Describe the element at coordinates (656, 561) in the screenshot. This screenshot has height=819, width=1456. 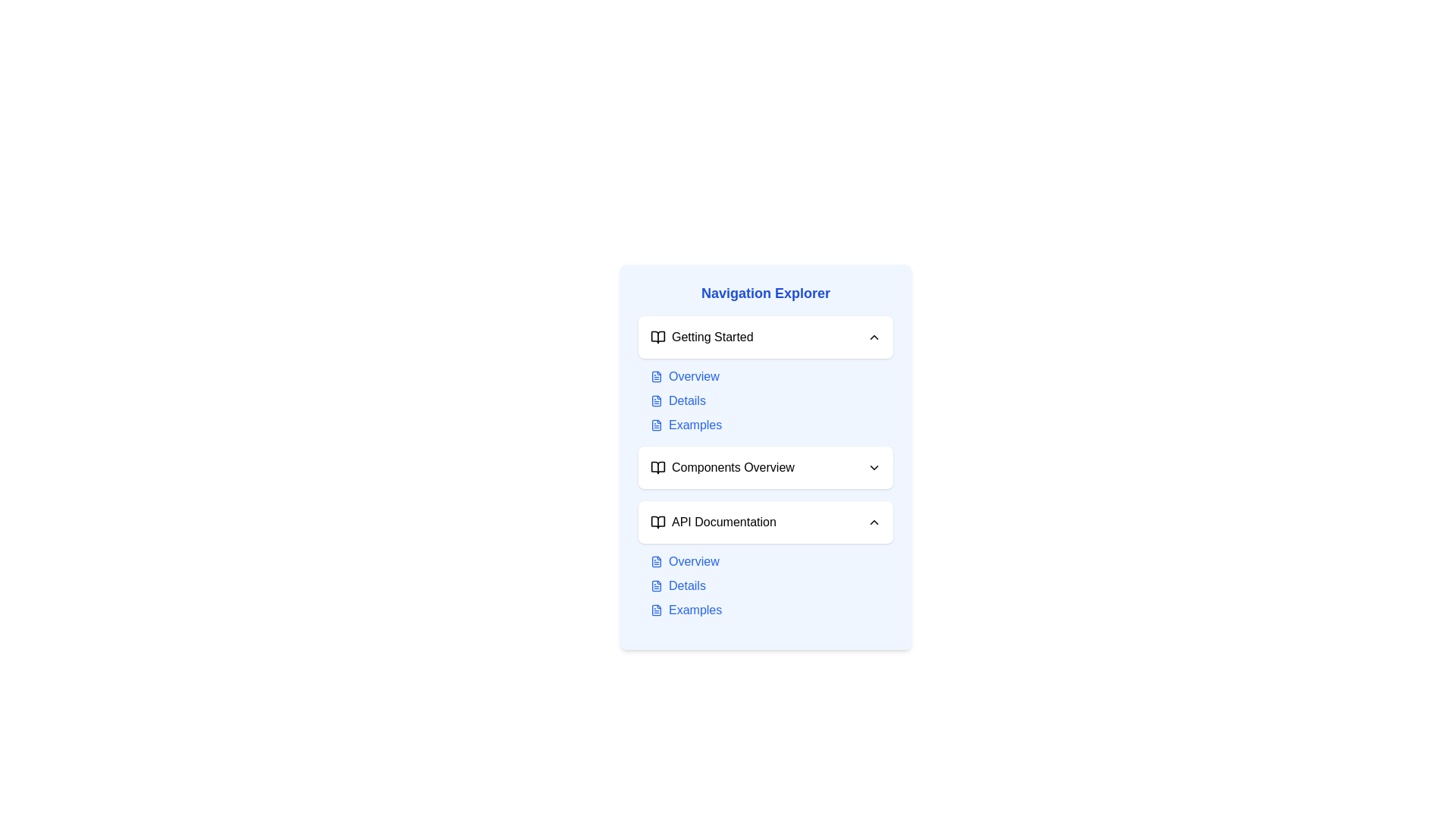
I see `the blue document icon located to the left of the 'Overview' text under the 'API Documentation' section of the navigation menu` at that location.